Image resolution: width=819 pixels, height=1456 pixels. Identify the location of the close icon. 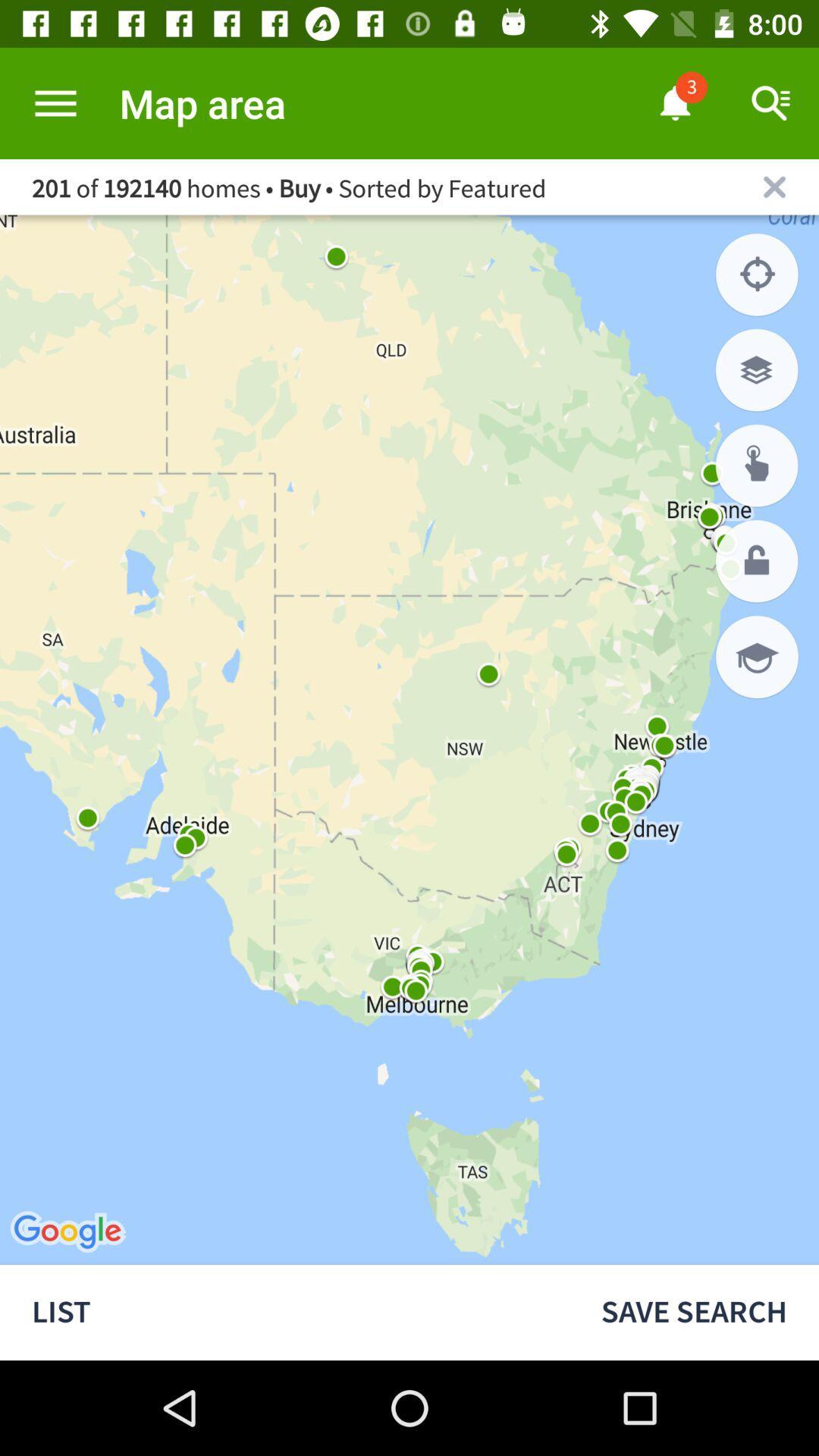
(774, 186).